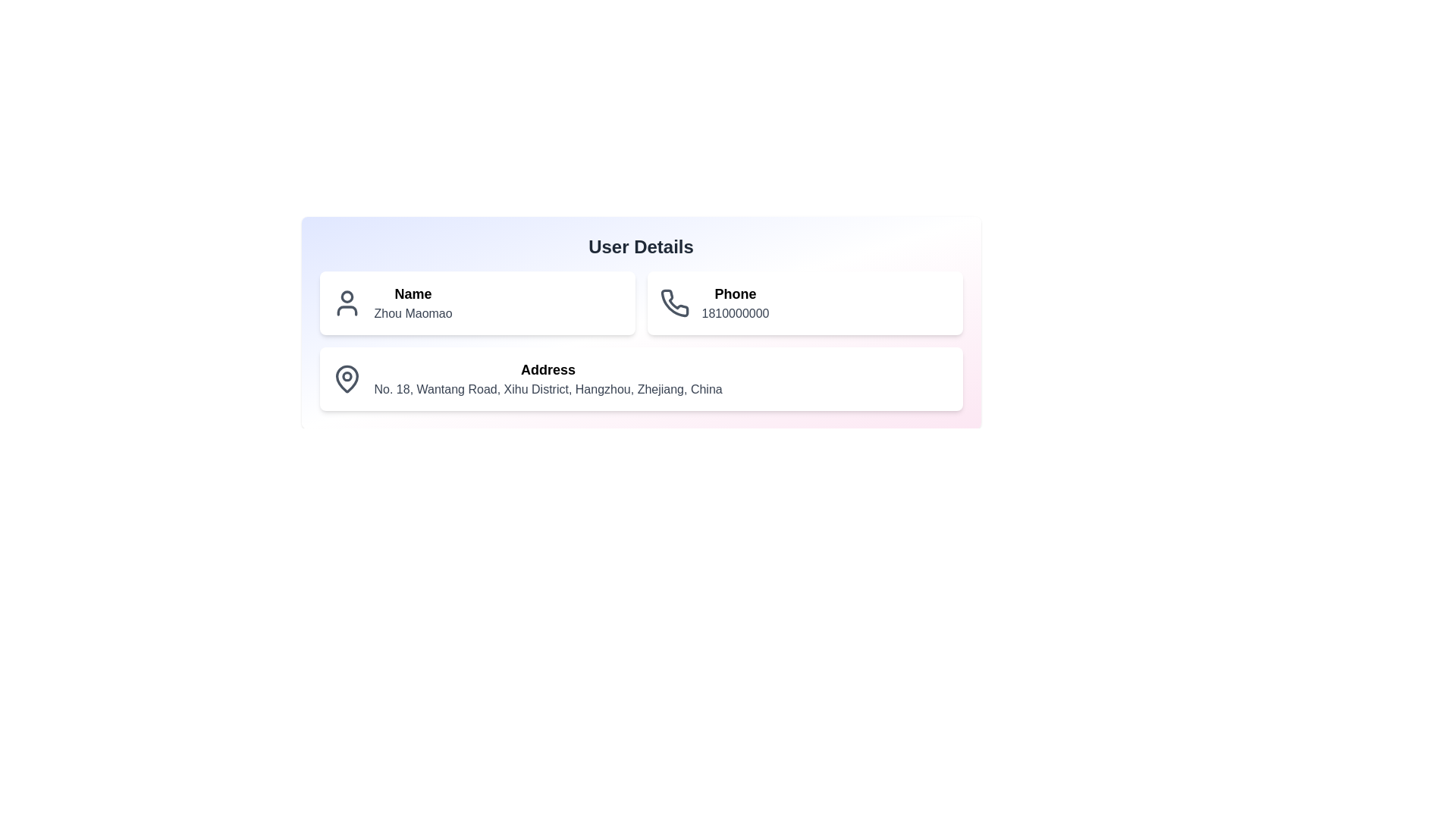  I want to click on the Text Label that categorizes the address information in the lower section of the 'User Details' card, so click(548, 370).